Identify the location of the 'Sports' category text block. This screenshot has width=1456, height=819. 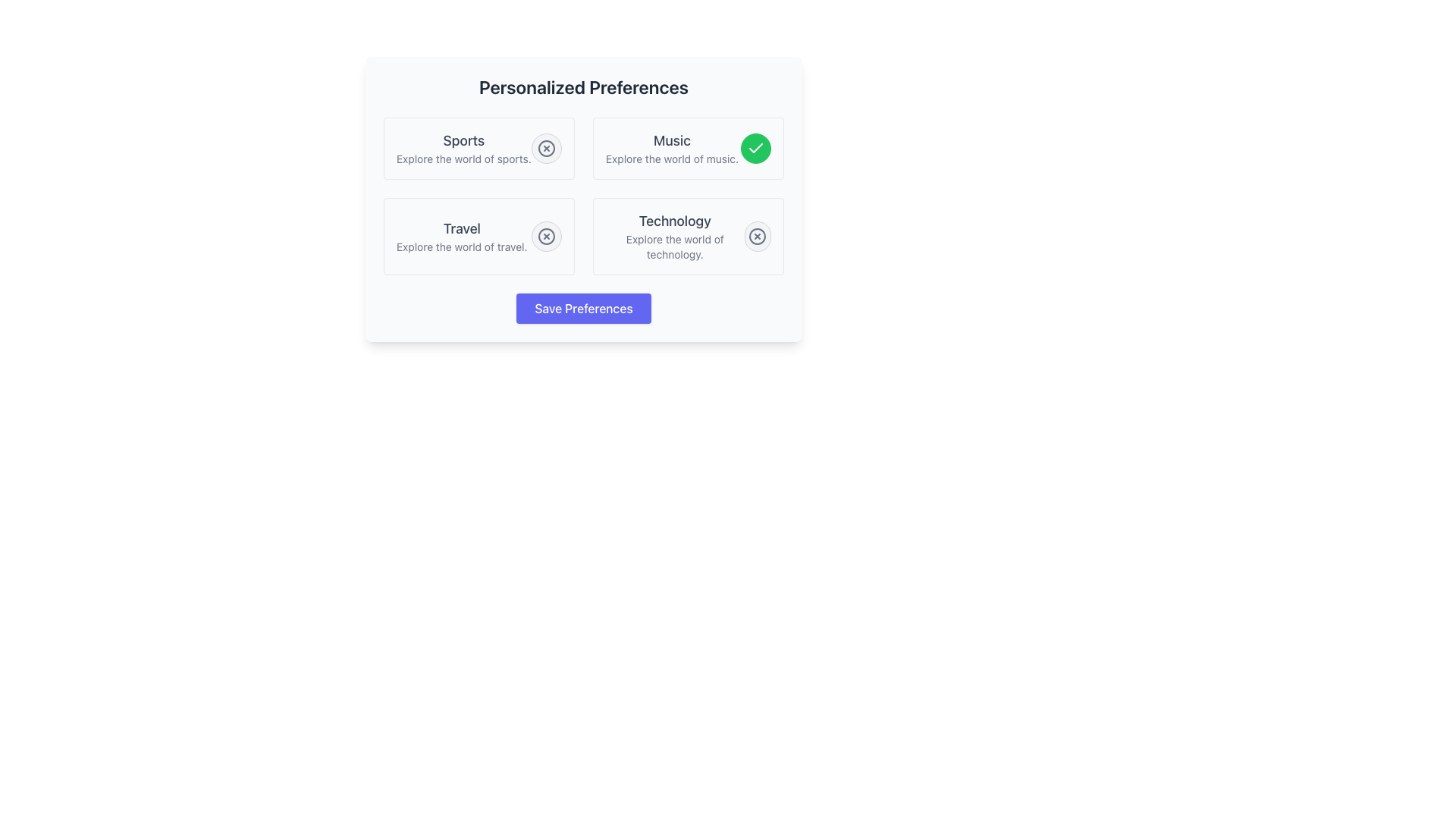
(463, 149).